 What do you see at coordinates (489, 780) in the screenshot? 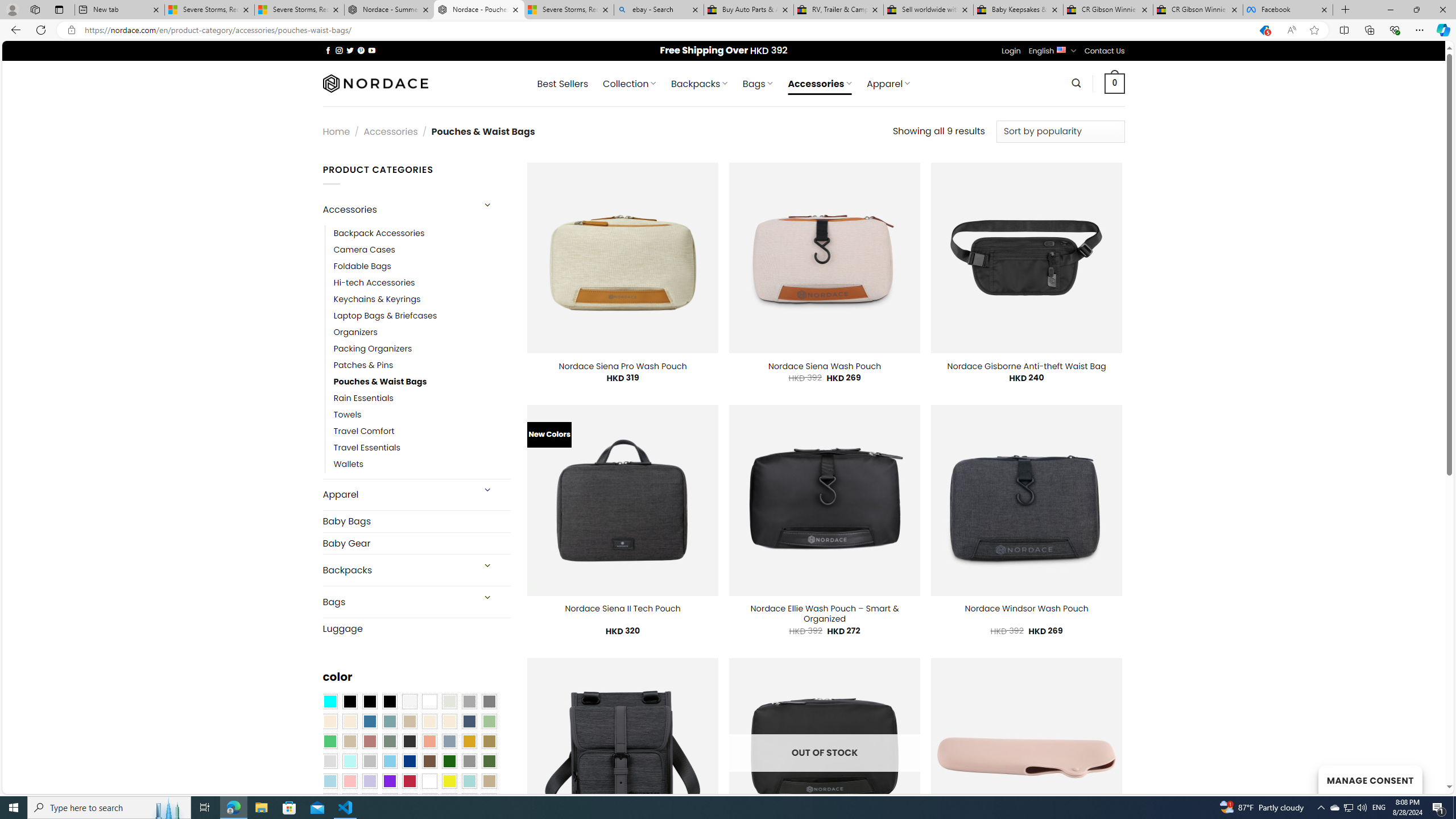
I see `'Khaki'` at bounding box center [489, 780].